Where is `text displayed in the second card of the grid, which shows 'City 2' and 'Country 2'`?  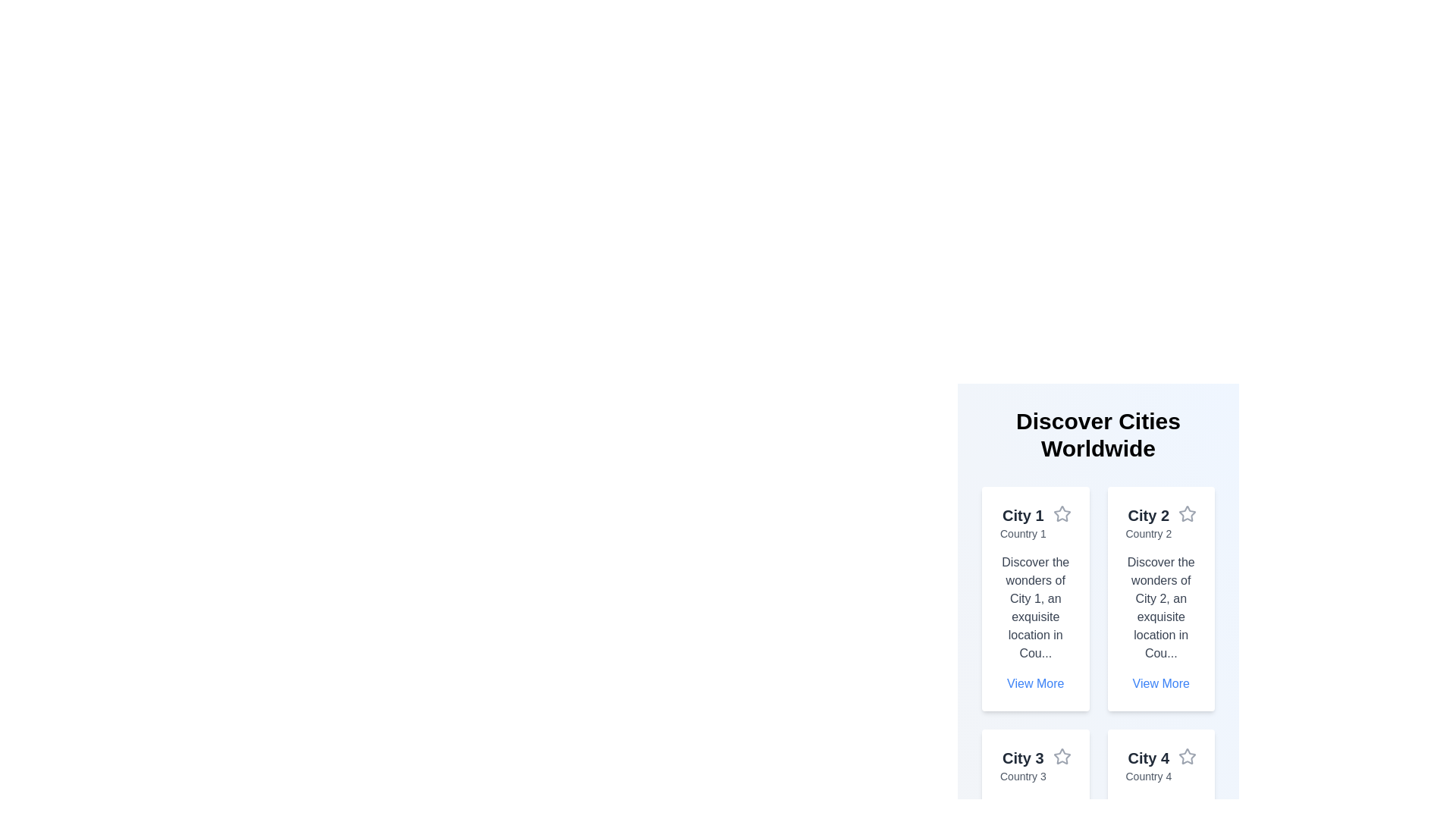
text displayed in the second card of the grid, which shows 'City 2' and 'Country 2' is located at coordinates (1148, 522).